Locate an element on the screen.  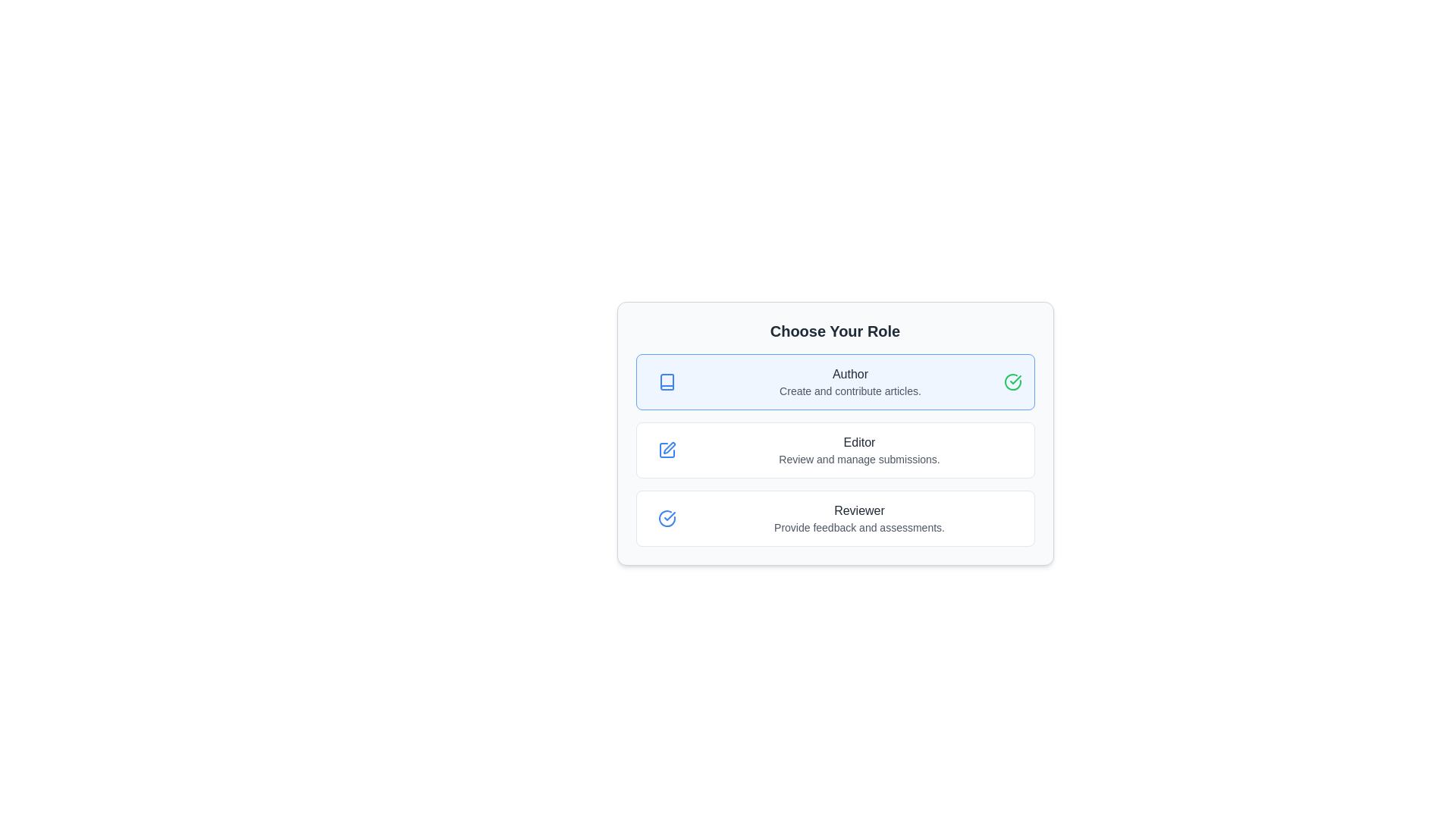
the 'Author' button icon which visually represents the role of 'Author' for creating and contributing articles, located at the top of the list of role options is located at coordinates (667, 381).